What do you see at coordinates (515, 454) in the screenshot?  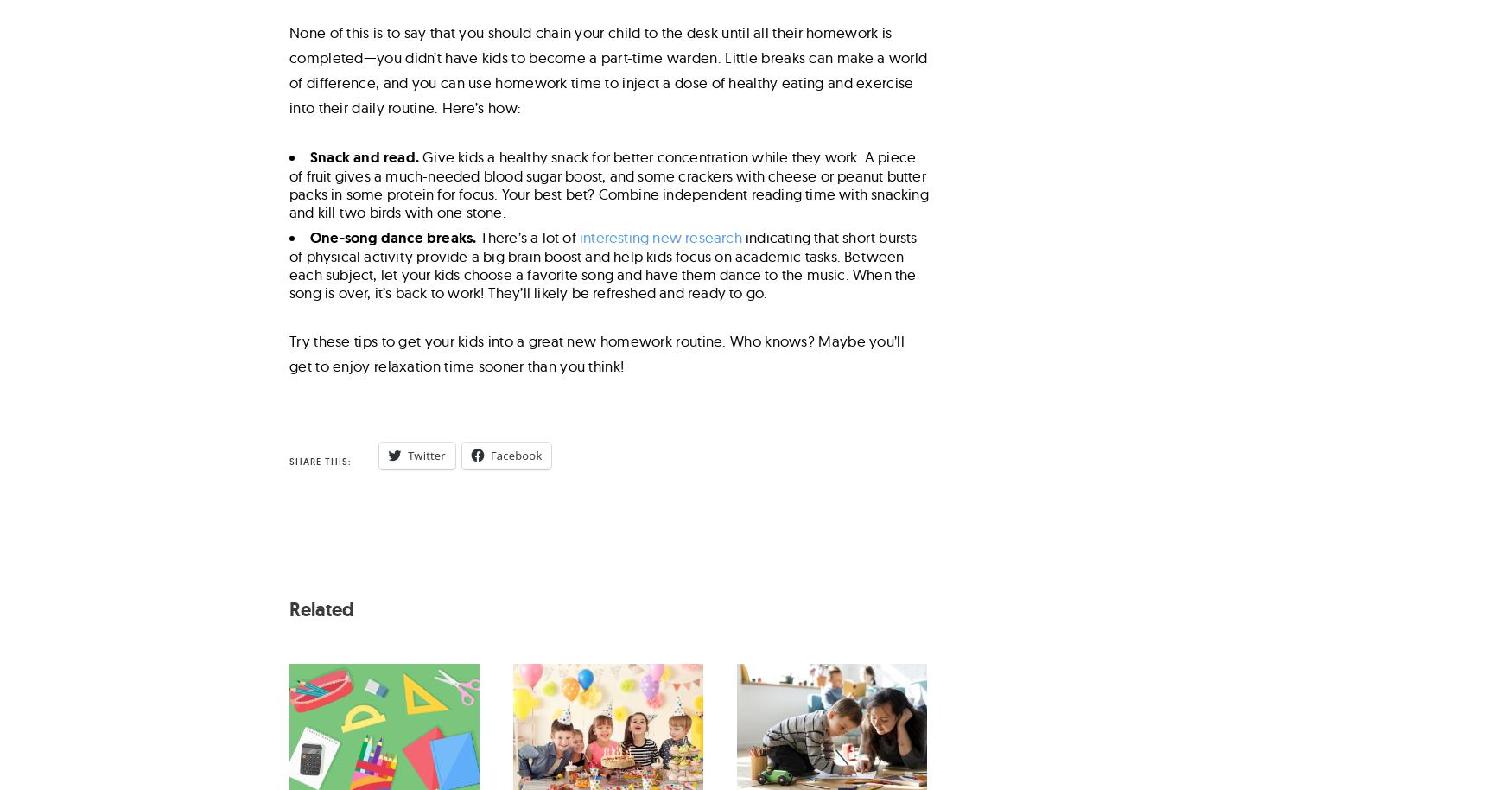 I see `'Facebook'` at bounding box center [515, 454].